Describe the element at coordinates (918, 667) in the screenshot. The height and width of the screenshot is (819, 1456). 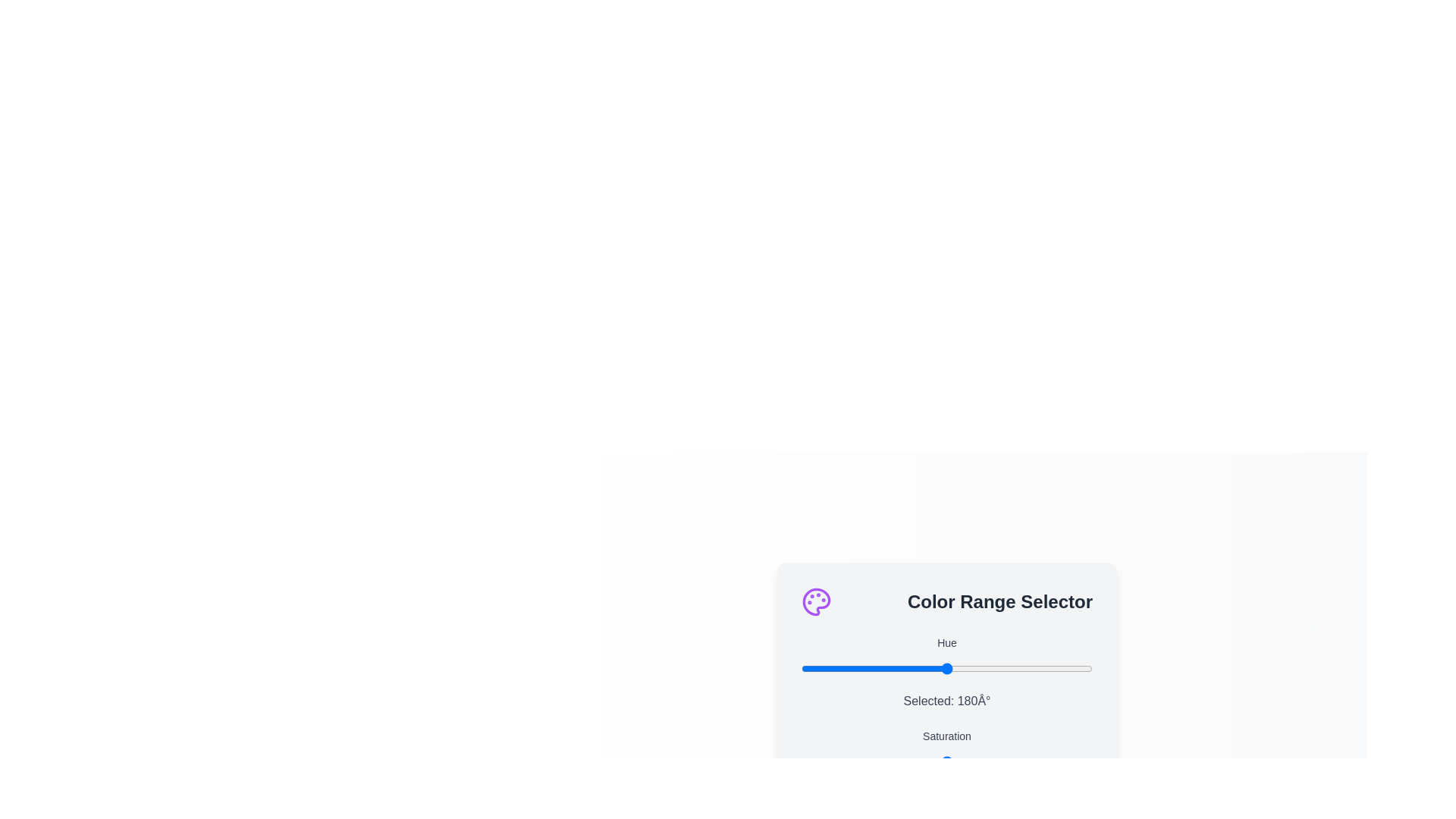
I see `the hue value on the slider` at that location.